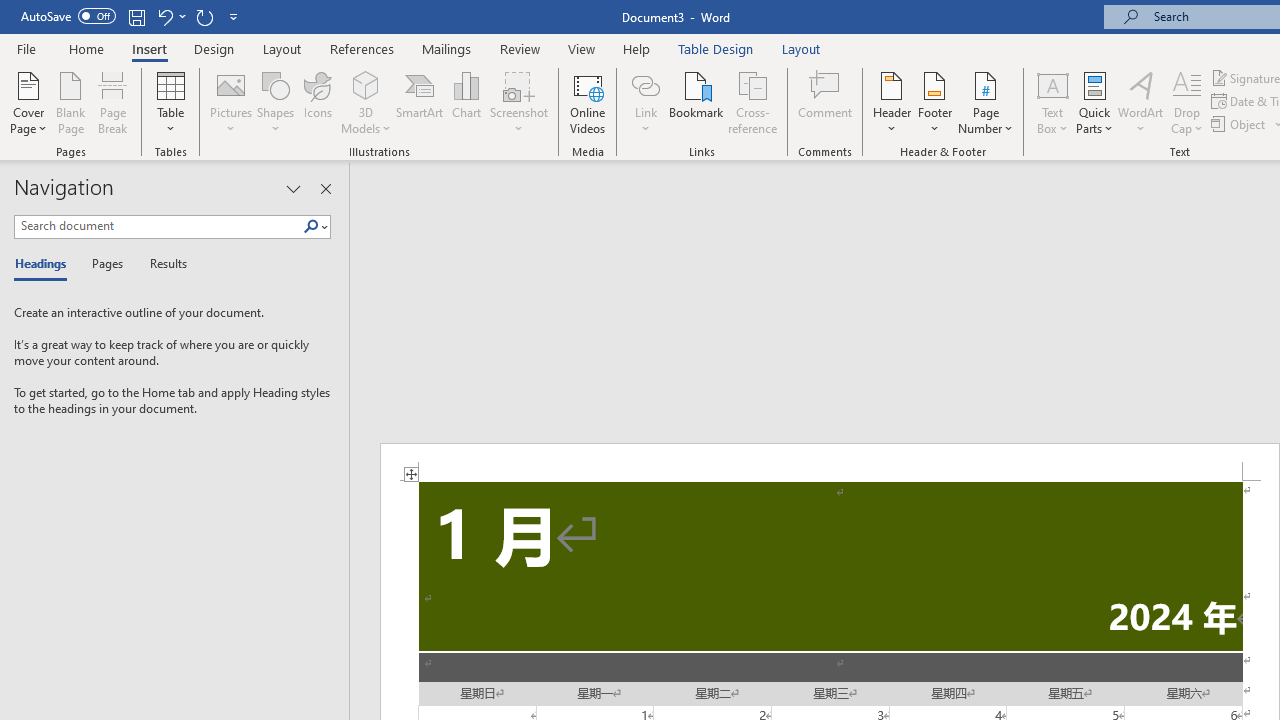 The width and height of the screenshot is (1280, 720). I want to click on 'Home', so click(85, 48).